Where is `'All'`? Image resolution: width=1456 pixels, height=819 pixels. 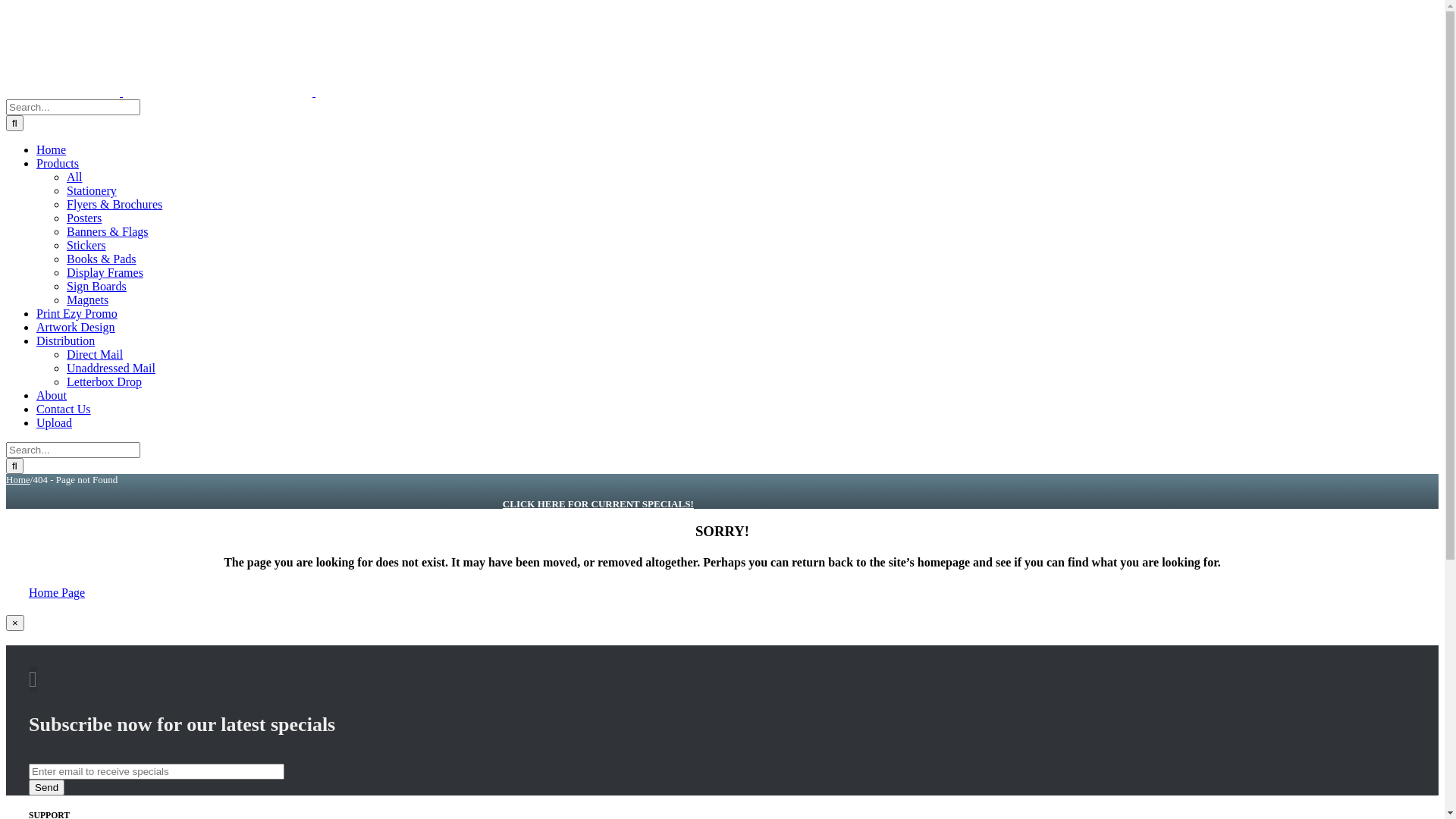 'All' is located at coordinates (65, 176).